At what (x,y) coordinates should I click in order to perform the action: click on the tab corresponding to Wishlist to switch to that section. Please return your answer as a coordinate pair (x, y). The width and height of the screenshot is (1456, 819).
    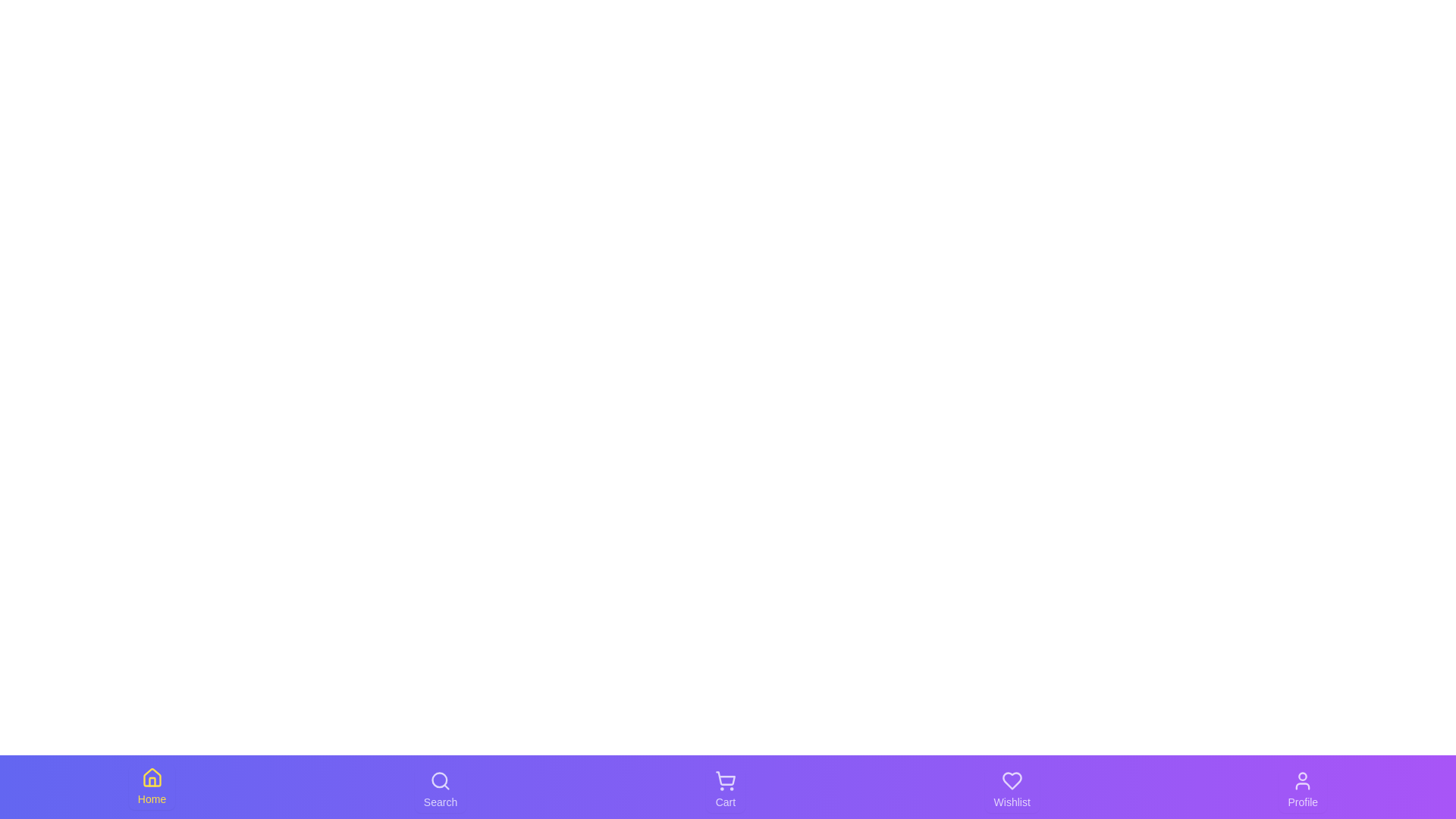
    Looking at the image, I should click on (1012, 789).